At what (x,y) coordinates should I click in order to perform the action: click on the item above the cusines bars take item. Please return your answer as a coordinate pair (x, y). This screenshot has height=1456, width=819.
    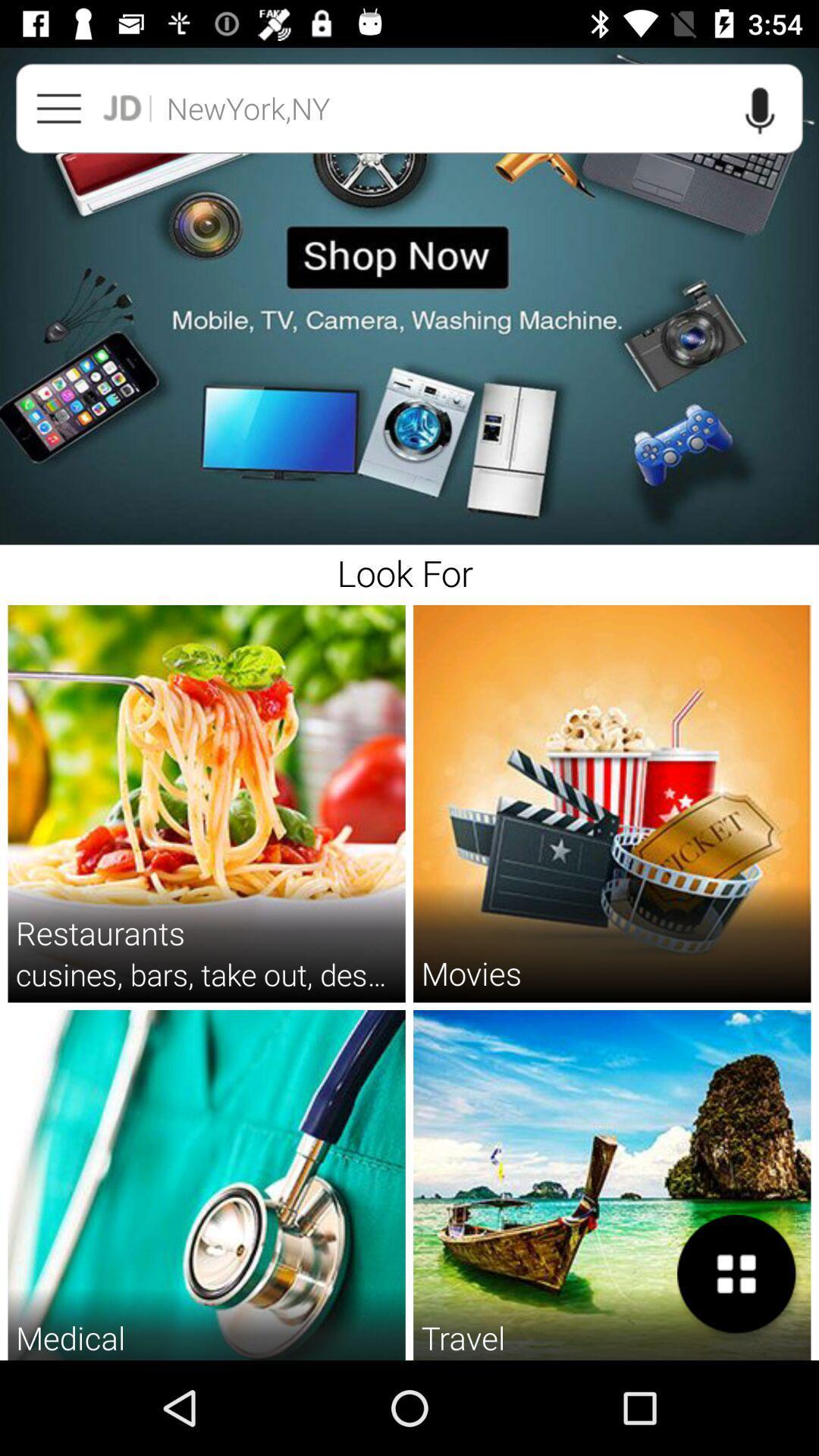
    Looking at the image, I should click on (100, 931).